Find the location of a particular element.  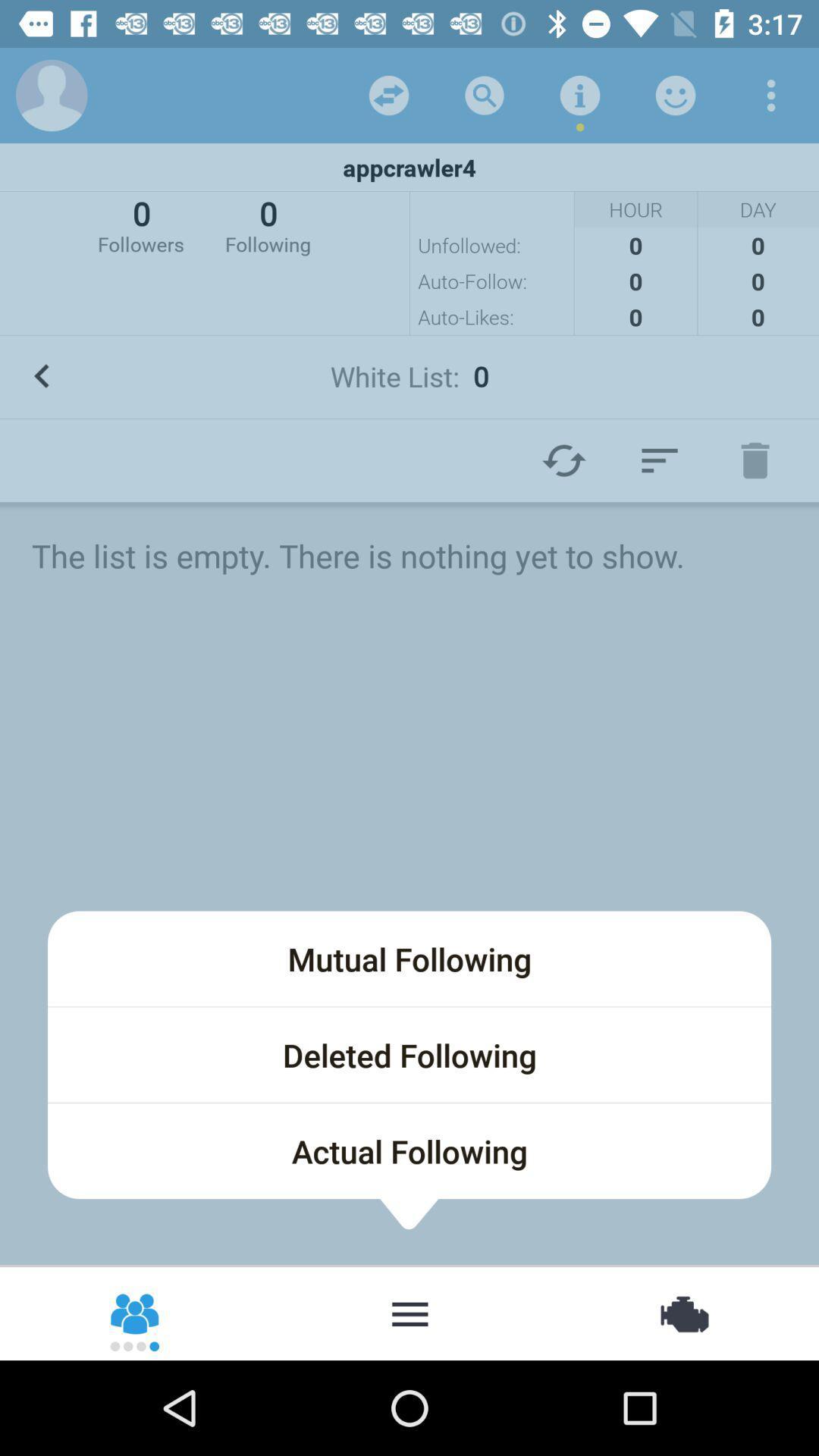

search option is located at coordinates (485, 94).